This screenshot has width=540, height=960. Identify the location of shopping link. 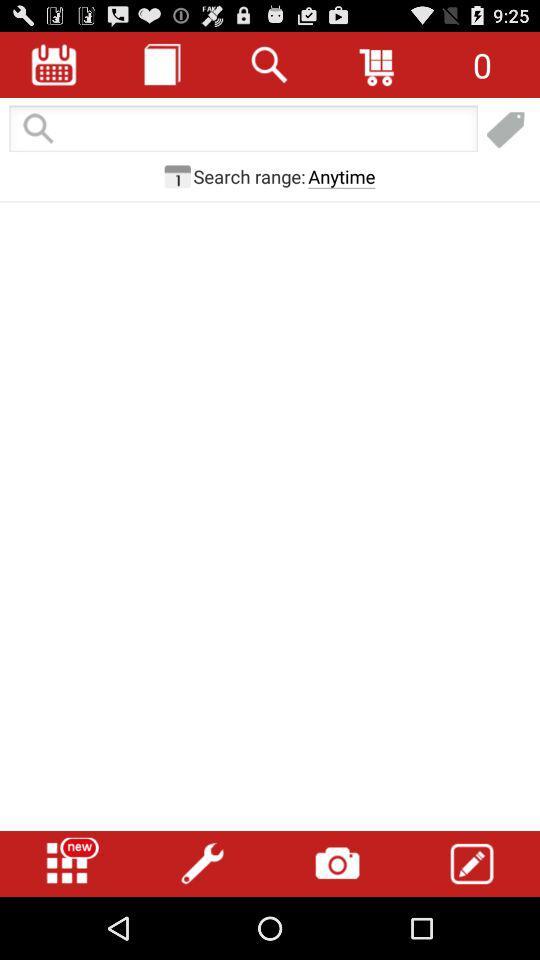
(505, 129).